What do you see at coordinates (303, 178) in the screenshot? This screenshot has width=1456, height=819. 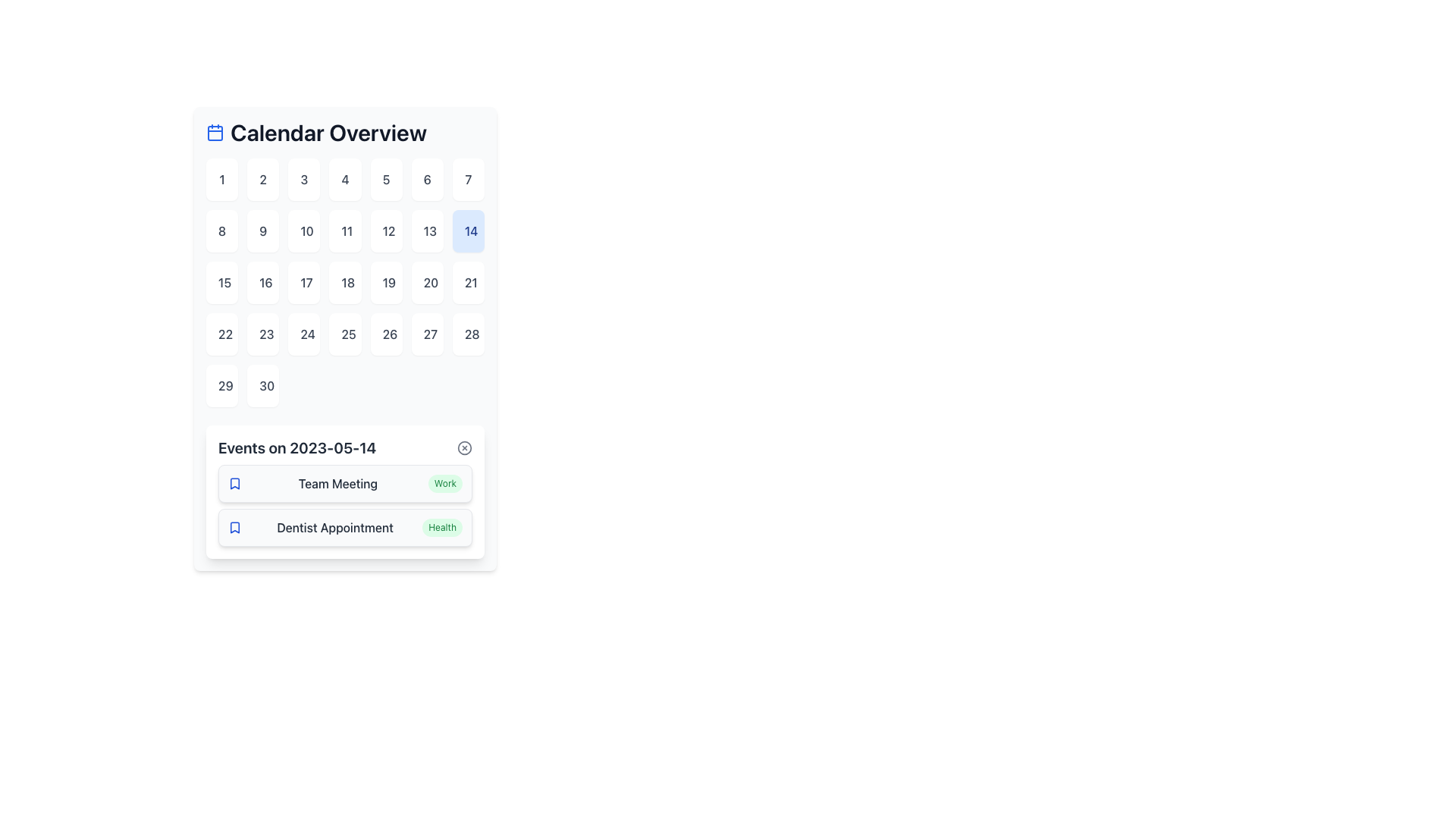 I see `the square button labeled '3' in the calendar view` at bounding box center [303, 178].